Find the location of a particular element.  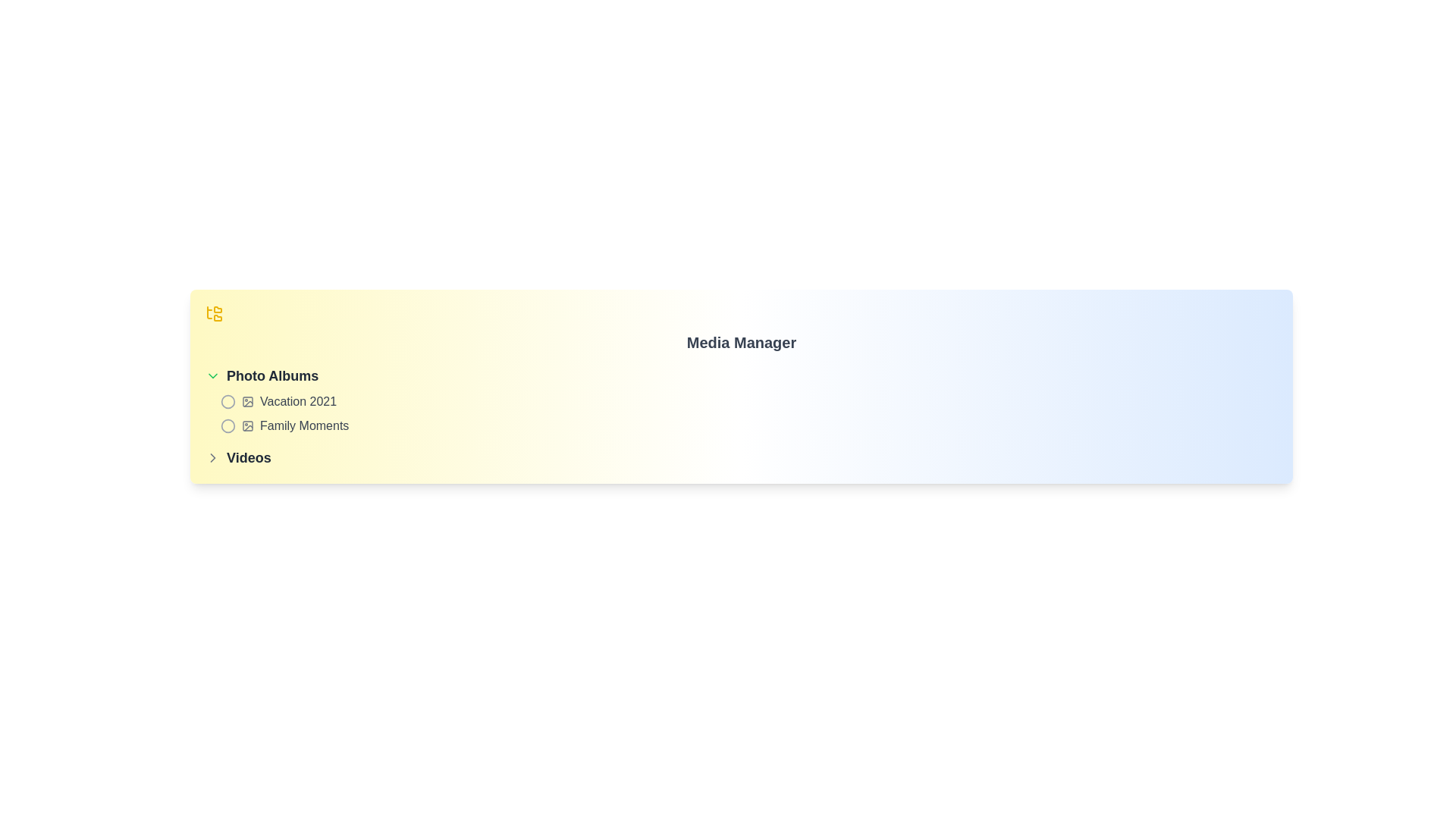

the unselected radio button under the 'Photo Albums' section, specifically the second circular icon aligned with 'Family Moments' is located at coordinates (227, 426).